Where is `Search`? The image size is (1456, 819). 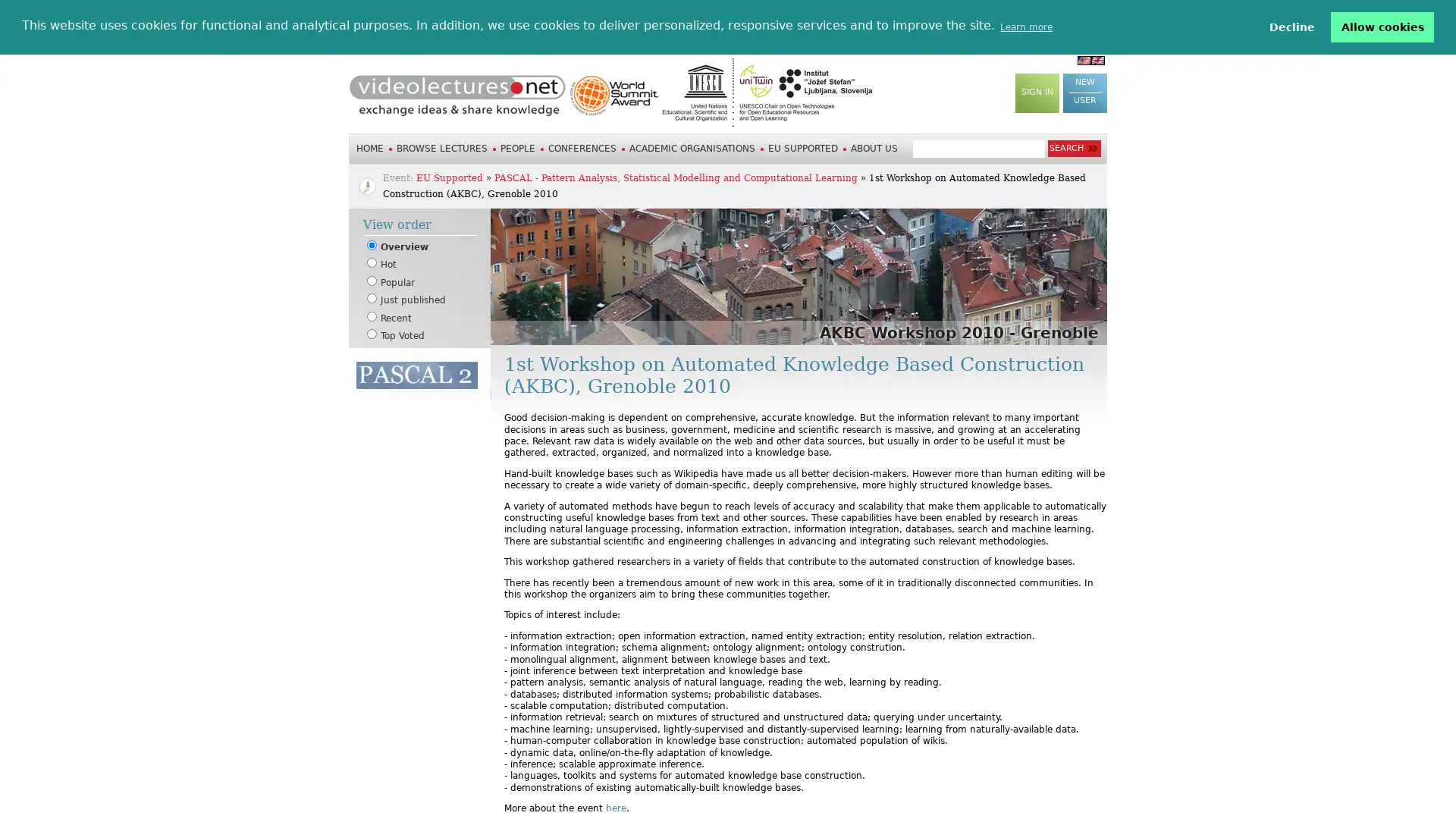
Search is located at coordinates (1073, 148).